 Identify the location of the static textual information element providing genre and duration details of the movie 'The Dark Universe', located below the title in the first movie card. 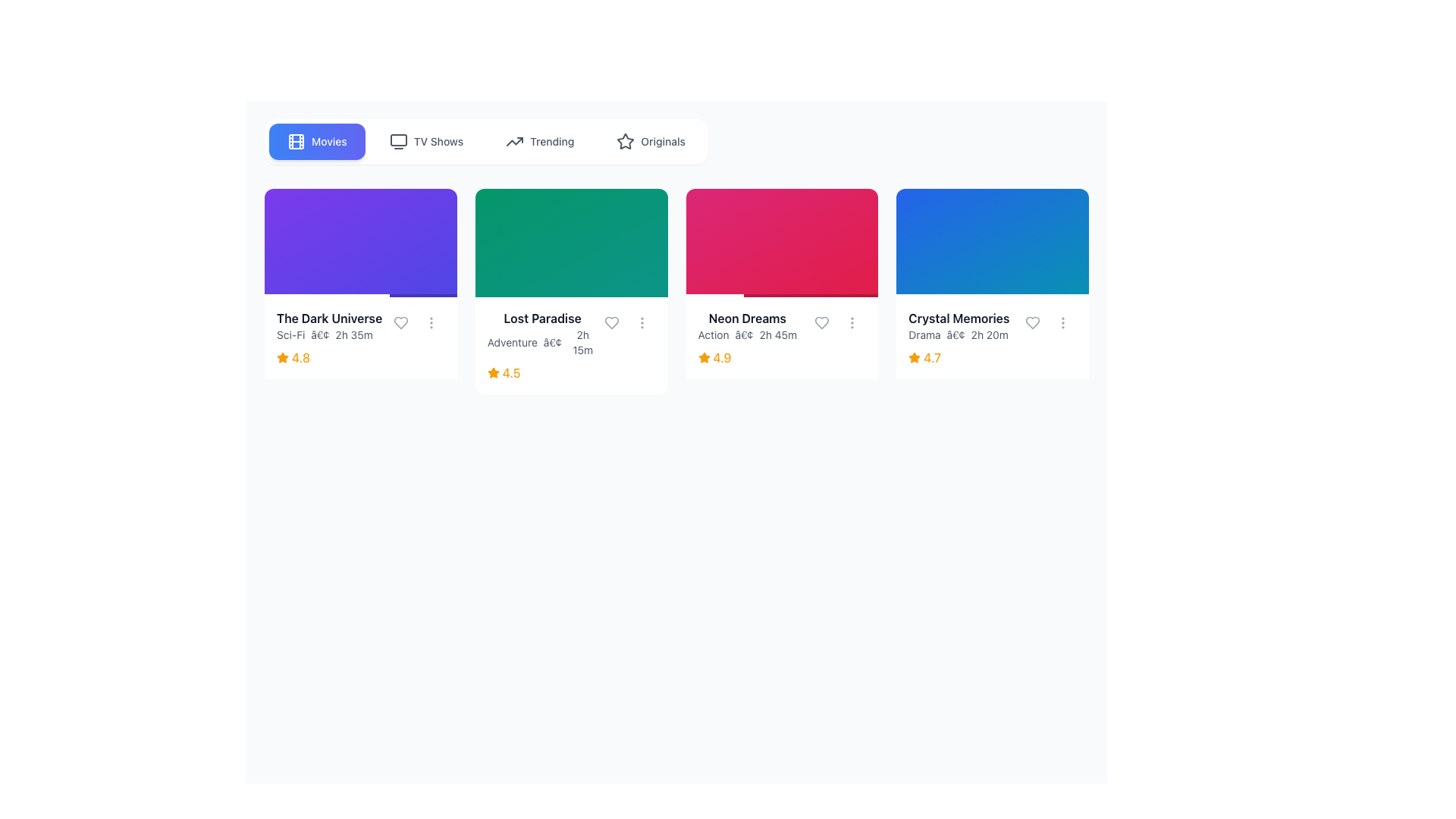
(328, 334).